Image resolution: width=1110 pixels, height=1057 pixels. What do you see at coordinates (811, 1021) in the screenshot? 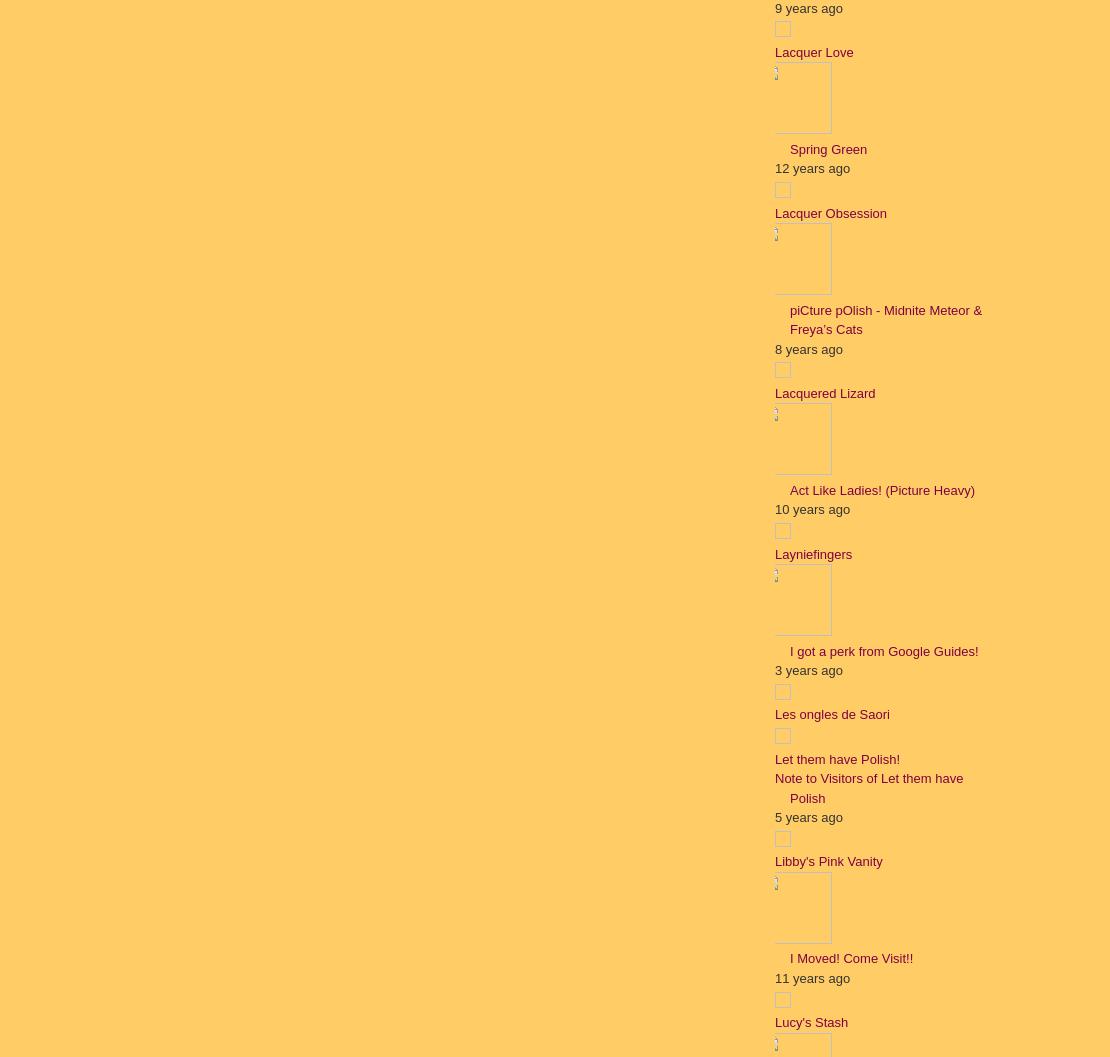
I see `'Lucy's Stash'` at bounding box center [811, 1021].